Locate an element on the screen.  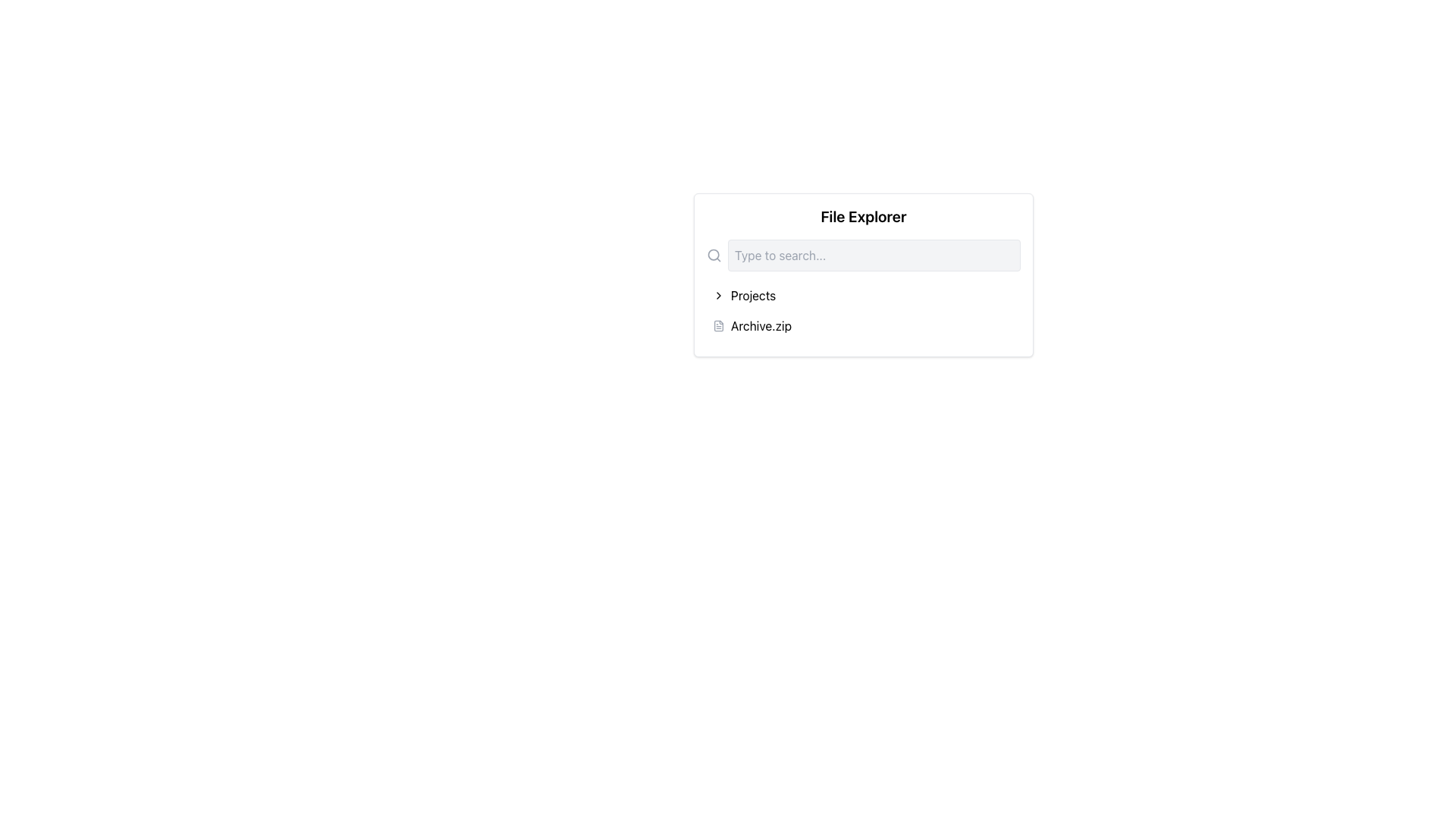
the document-shaped icon with a folded corner associated with 'Archive.zip' is located at coordinates (718, 325).